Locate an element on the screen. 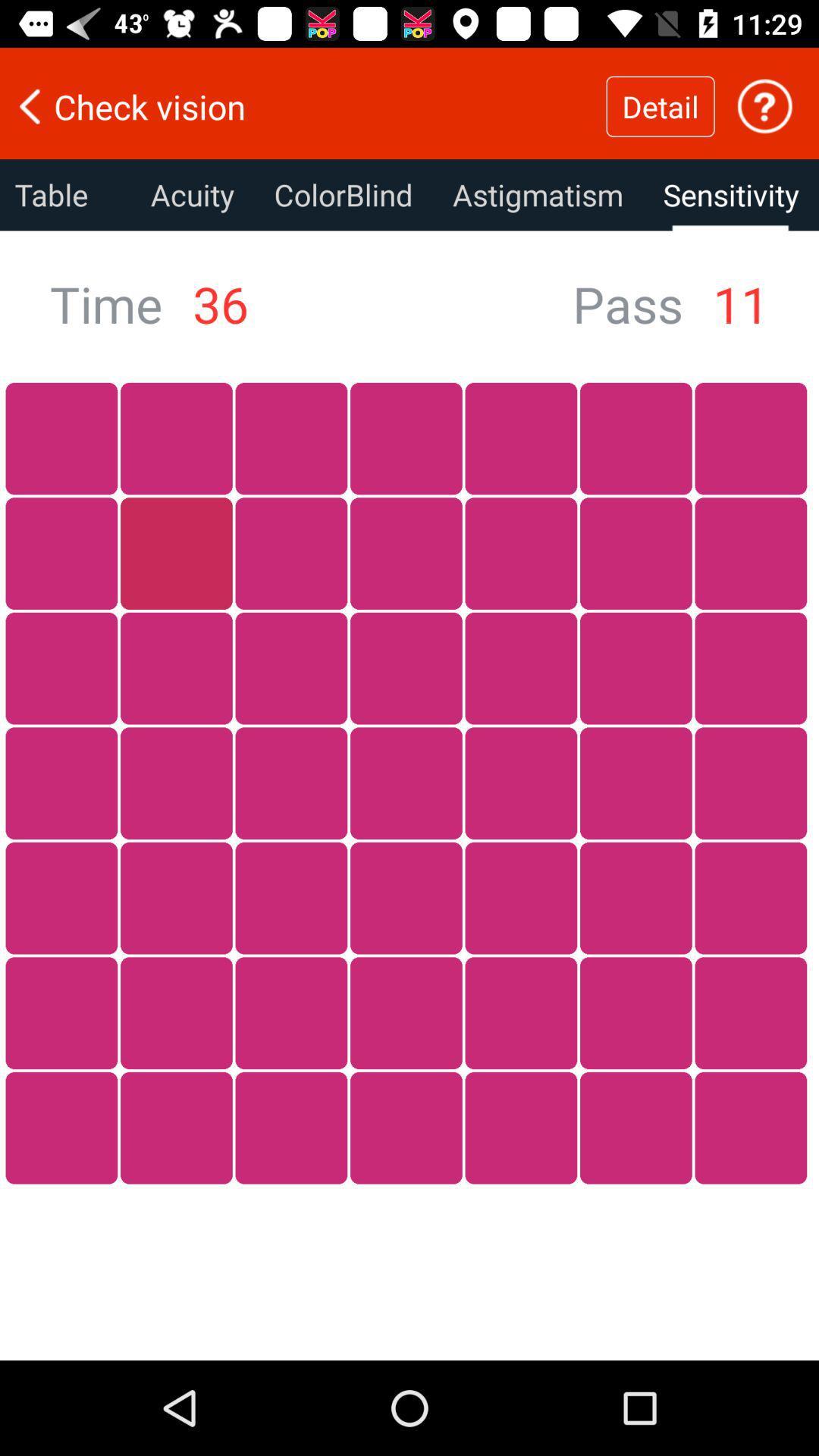 Image resolution: width=819 pixels, height=1456 pixels. the item above astigmatism is located at coordinates (660, 105).